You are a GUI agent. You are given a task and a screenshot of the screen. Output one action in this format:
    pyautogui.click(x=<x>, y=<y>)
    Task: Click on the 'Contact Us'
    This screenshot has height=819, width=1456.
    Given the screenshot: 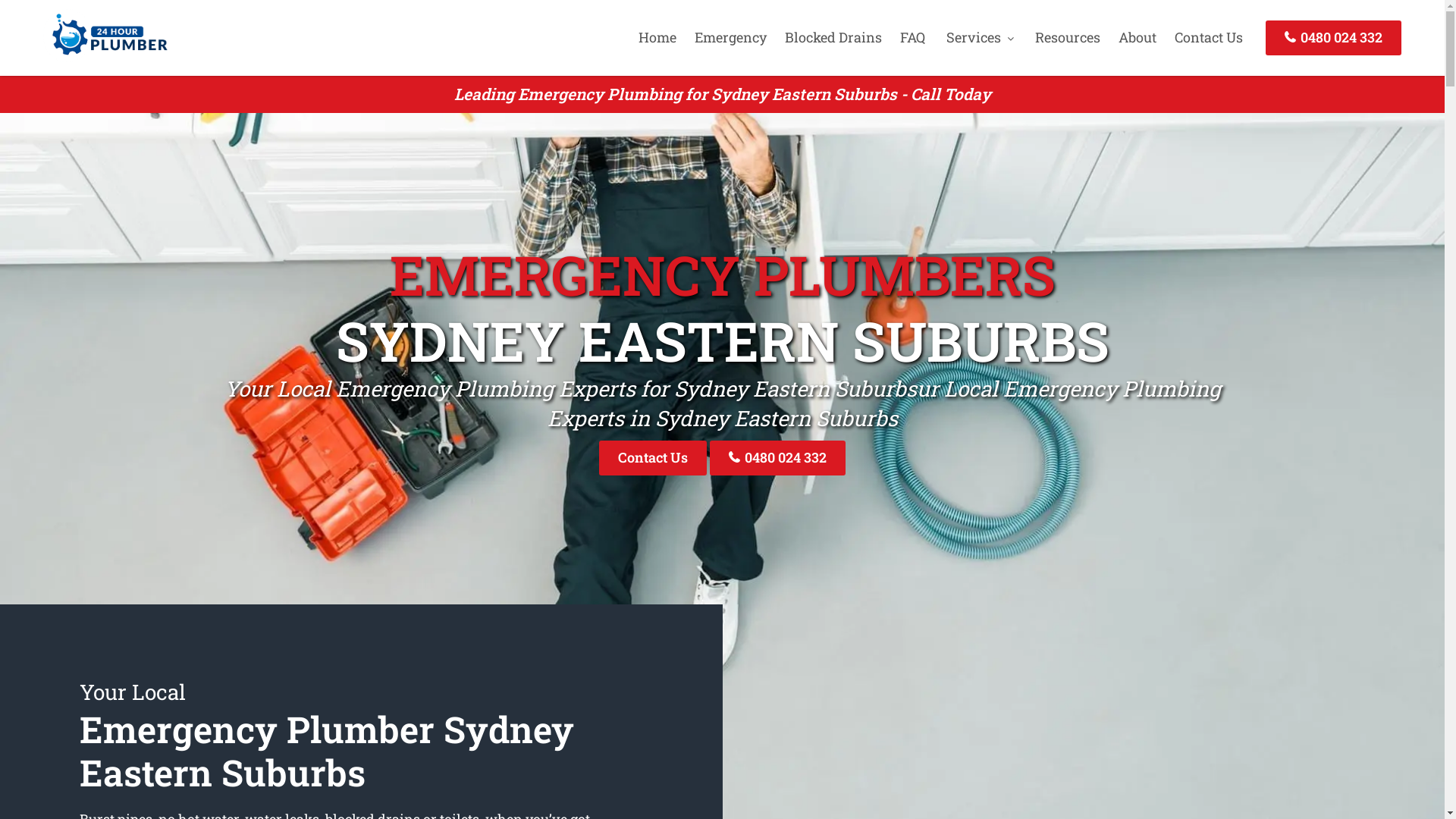 What is the action you would take?
    pyautogui.click(x=1207, y=36)
    